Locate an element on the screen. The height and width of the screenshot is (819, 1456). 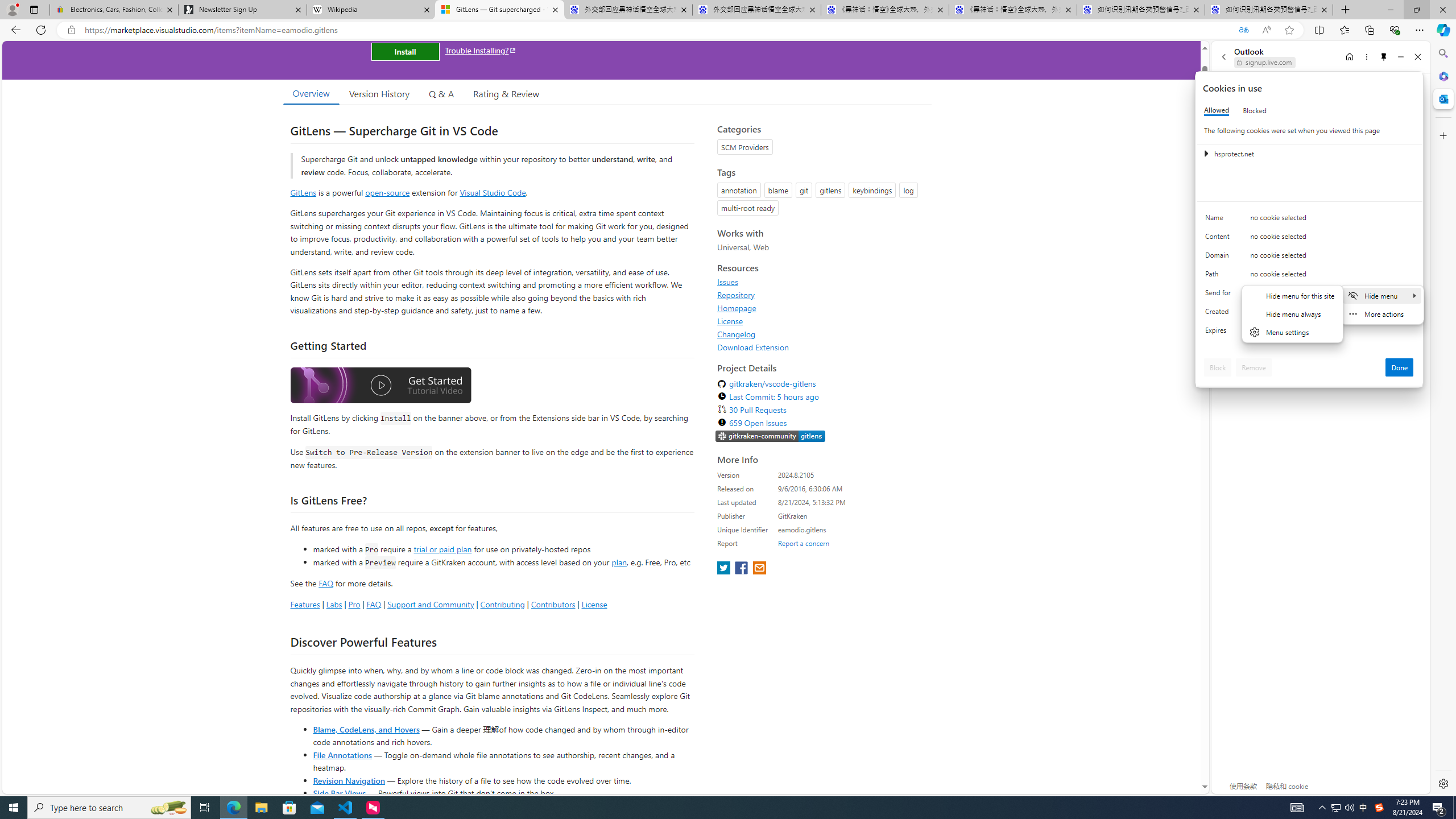
'Name' is located at coordinates (1219, 220).